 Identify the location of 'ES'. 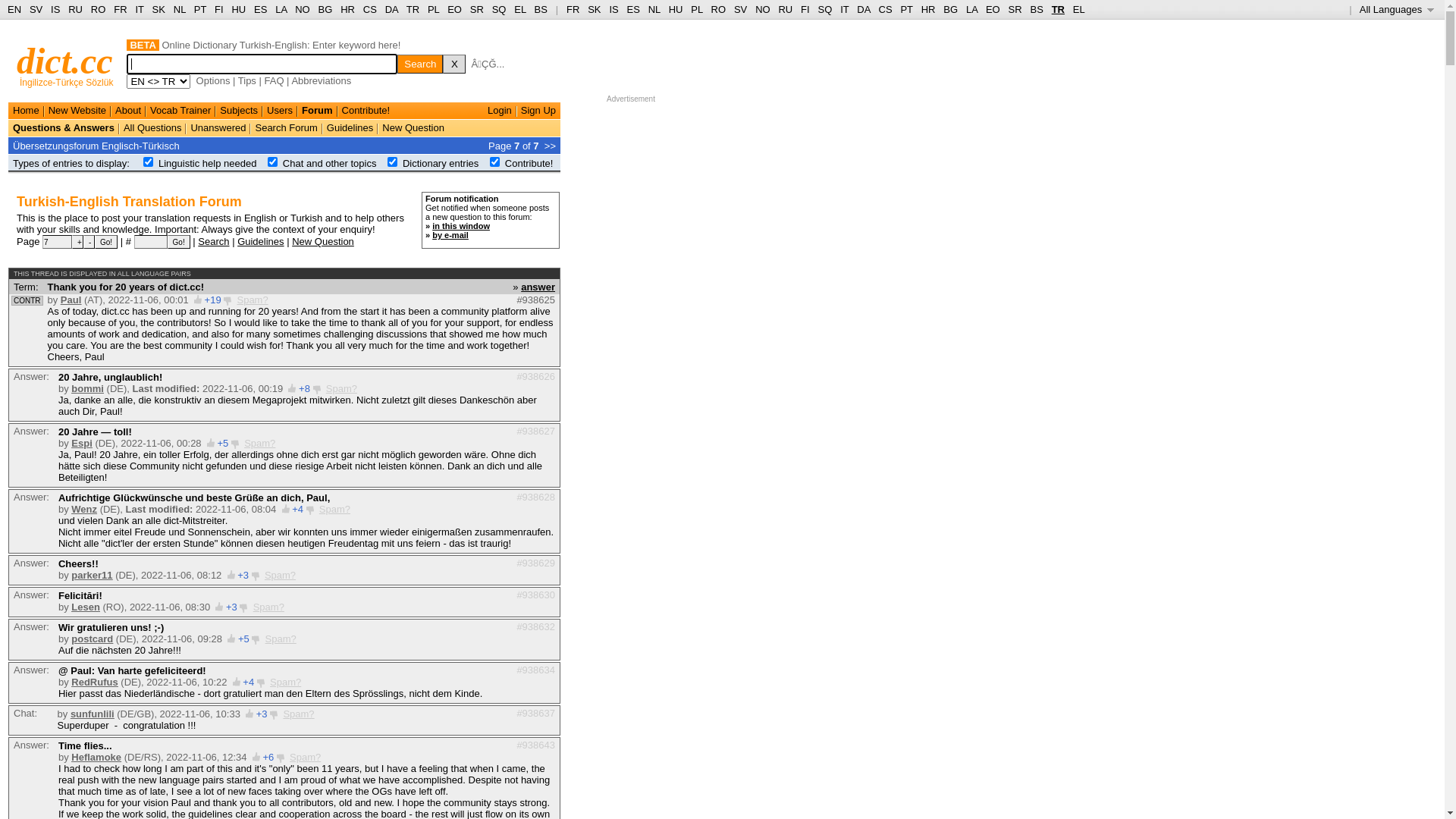
(254, 9).